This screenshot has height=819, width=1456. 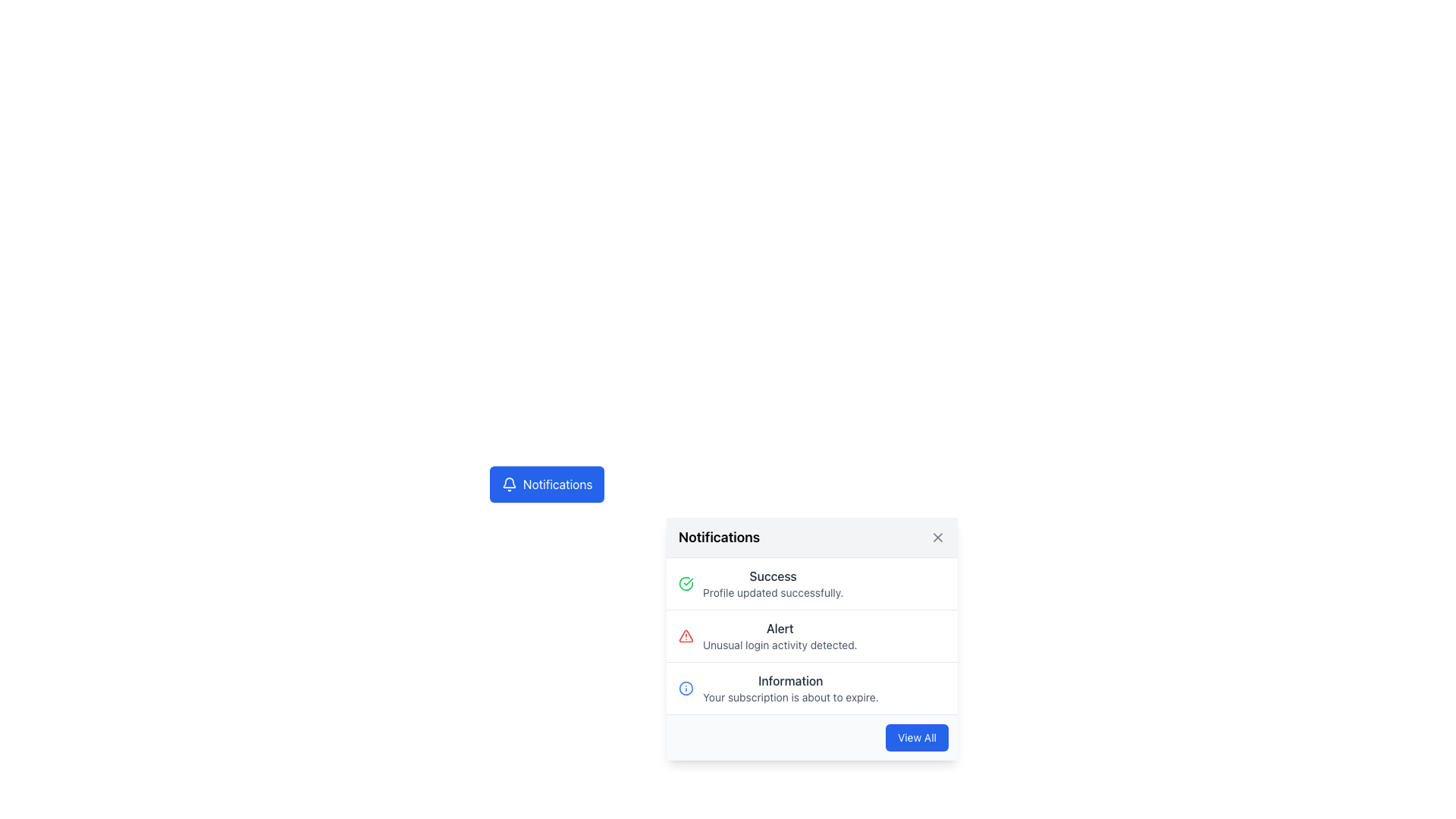 What do you see at coordinates (811, 639) in the screenshot?
I see `notification text from the second item in the notification dropdown list which states 'Unusual login activity detected.'` at bounding box center [811, 639].